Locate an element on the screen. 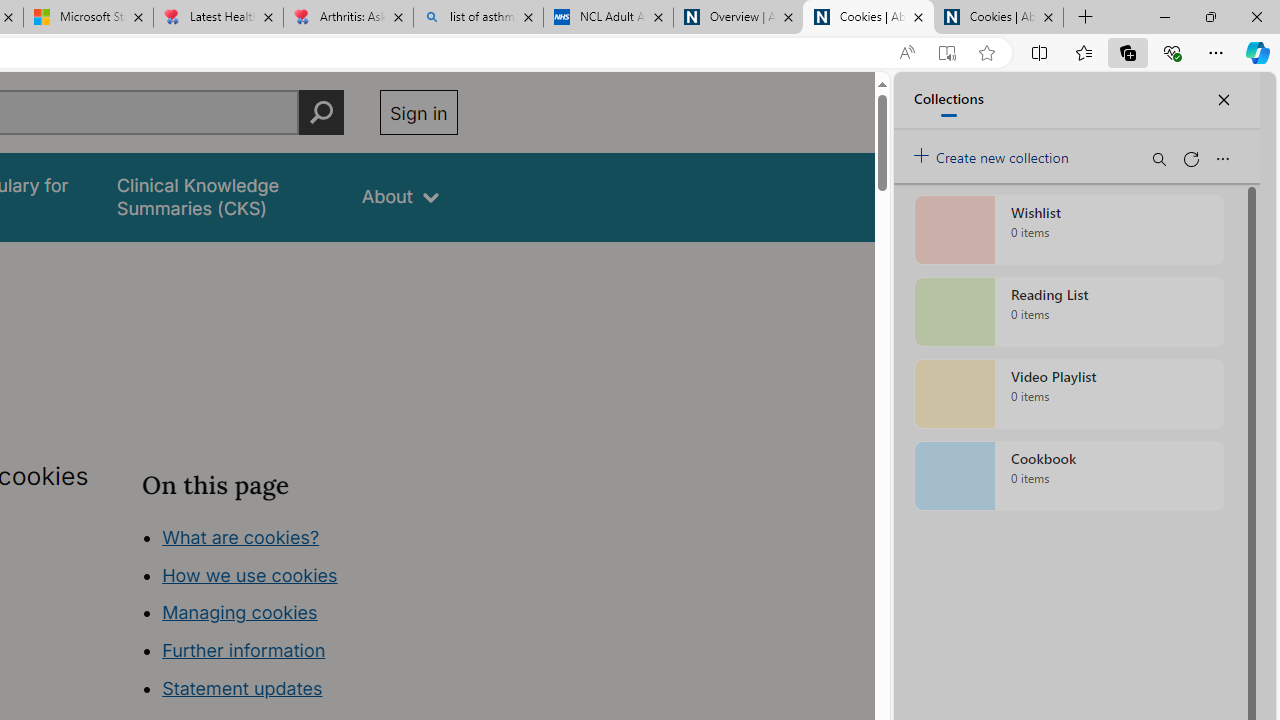  'Minimize' is located at coordinates (1164, 16).